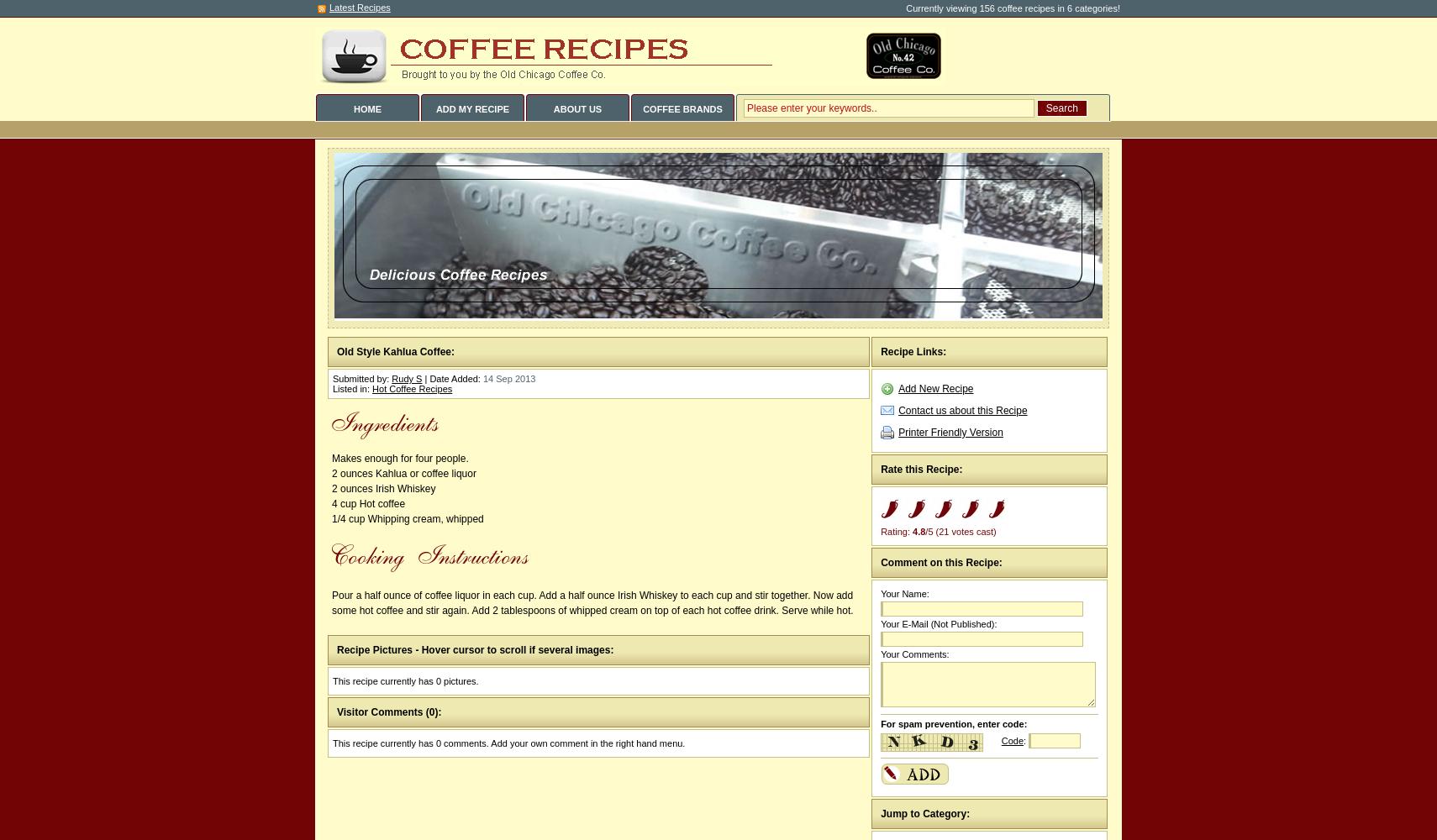 This screenshot has width=1437, height=840. I want to click on 'This recipe currently has 0 comments. Add your own comment in the right hand menu.', so click(508, 743).